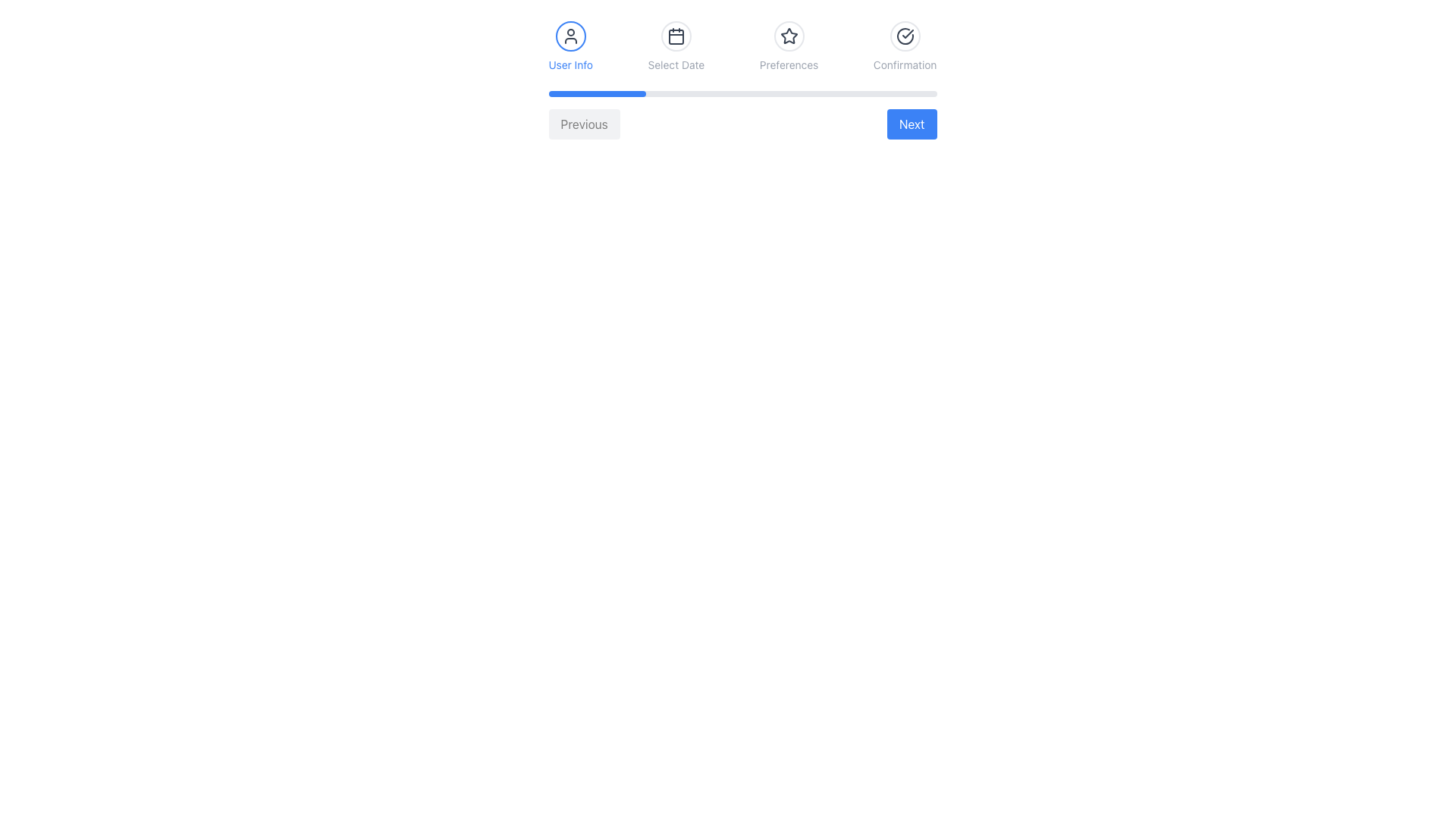 This screenshot has height=819, width=1456. I want to click on the 'Next' button located on the right side of the layout section to proceed to the next step in the multi-step process, so click(911, 124).